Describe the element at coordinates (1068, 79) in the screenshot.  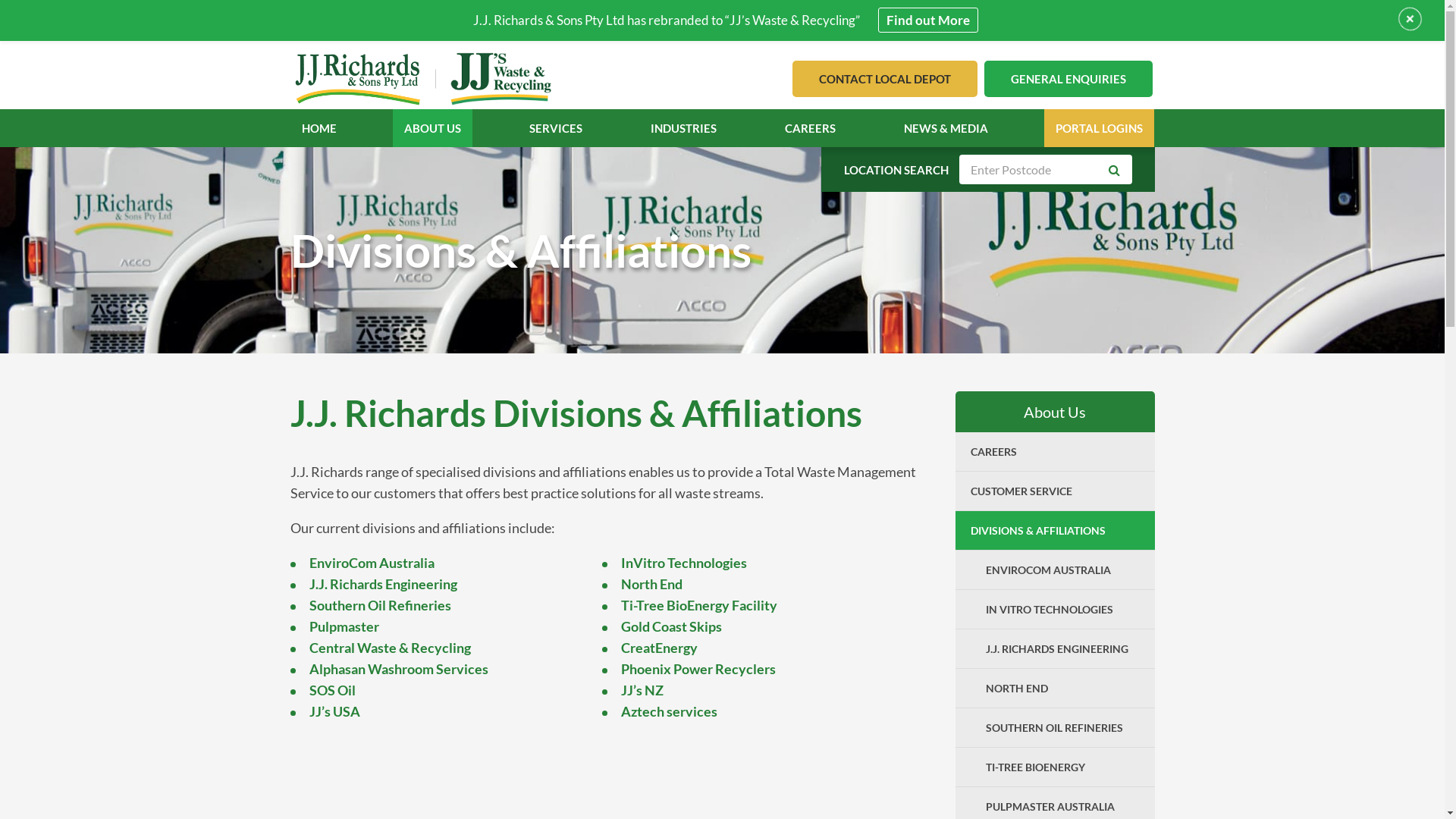
I see `'GENERAL ENQUIRIES'` at that location.